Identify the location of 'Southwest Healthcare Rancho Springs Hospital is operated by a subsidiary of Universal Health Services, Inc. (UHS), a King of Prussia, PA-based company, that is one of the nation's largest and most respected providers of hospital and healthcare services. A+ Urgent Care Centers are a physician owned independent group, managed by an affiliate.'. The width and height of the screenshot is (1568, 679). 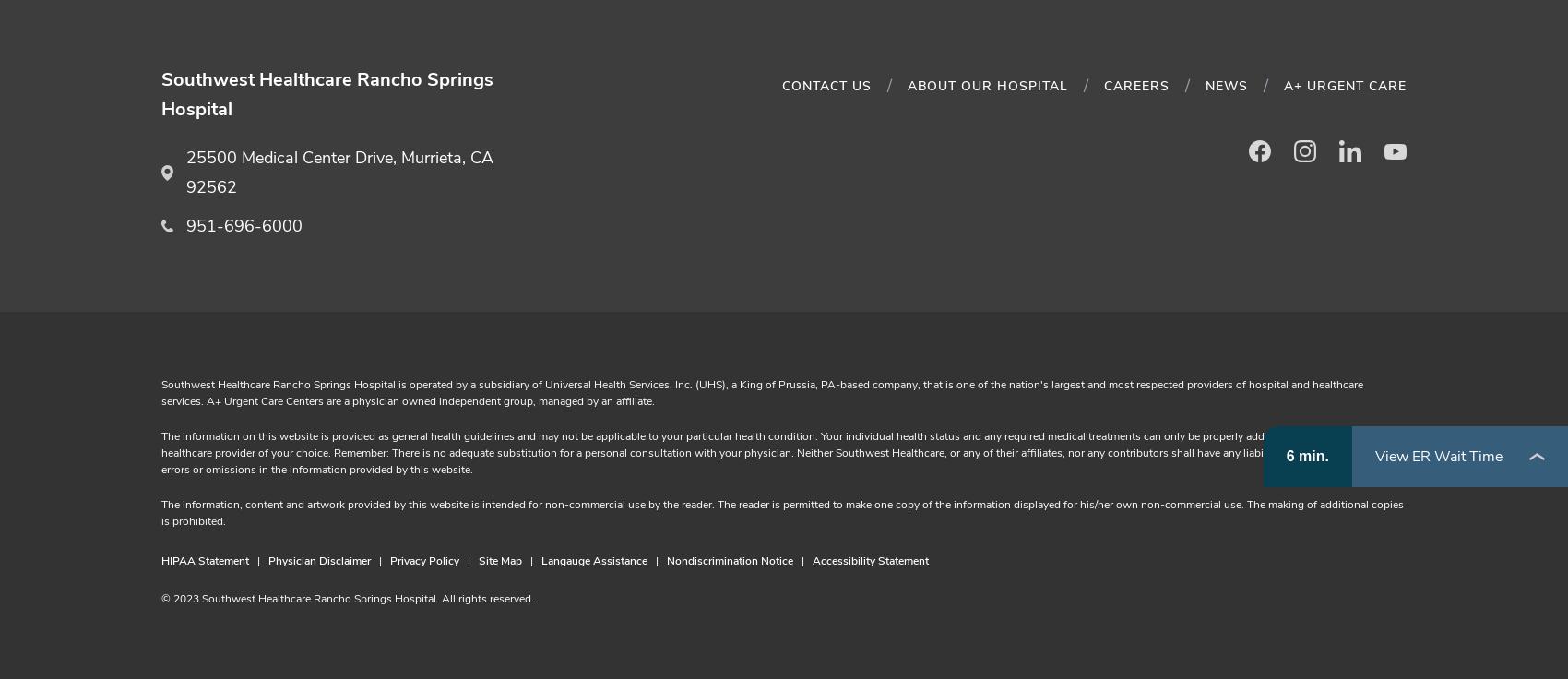
(761, 392).